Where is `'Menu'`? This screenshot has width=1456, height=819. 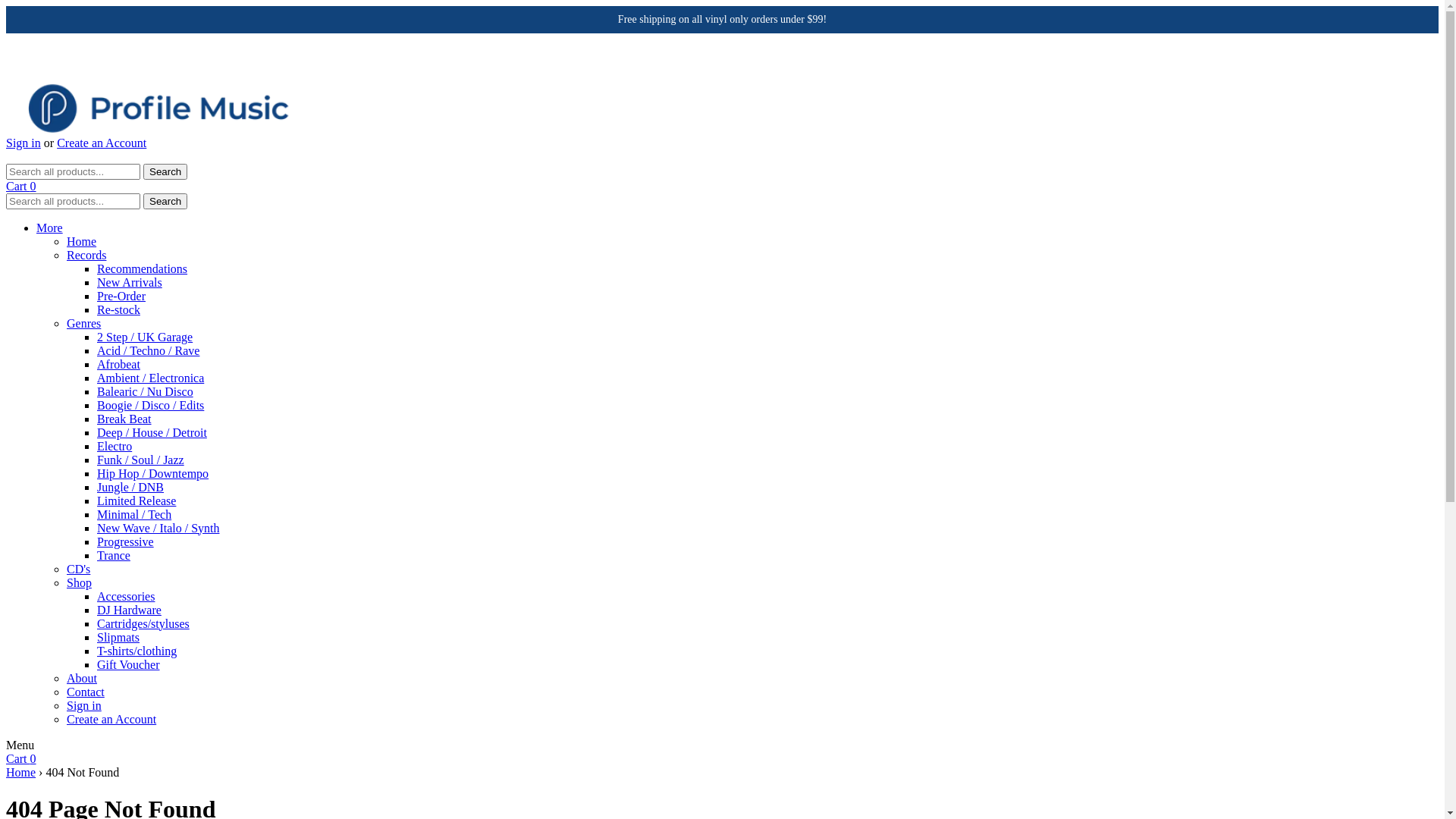 'Menu' is located at coordinates (20, 744).